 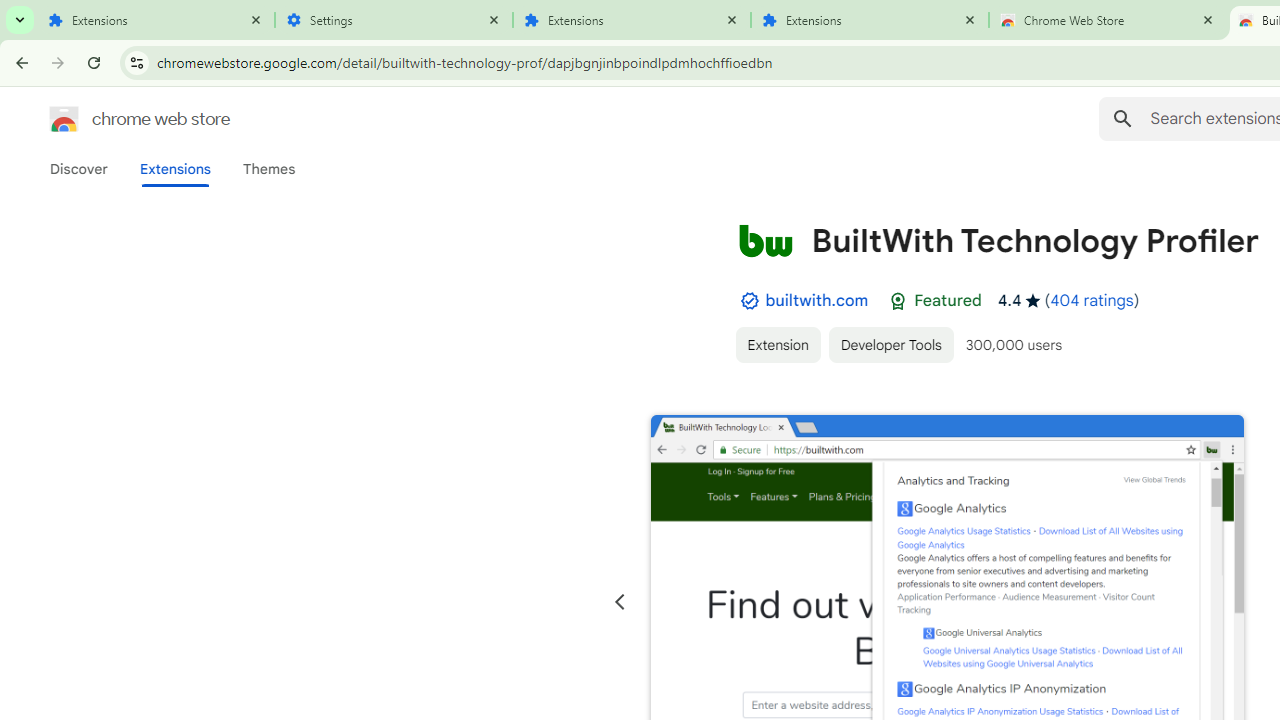 I want to click on 'Chrome Web Store logo', so click(x=64, y=119).